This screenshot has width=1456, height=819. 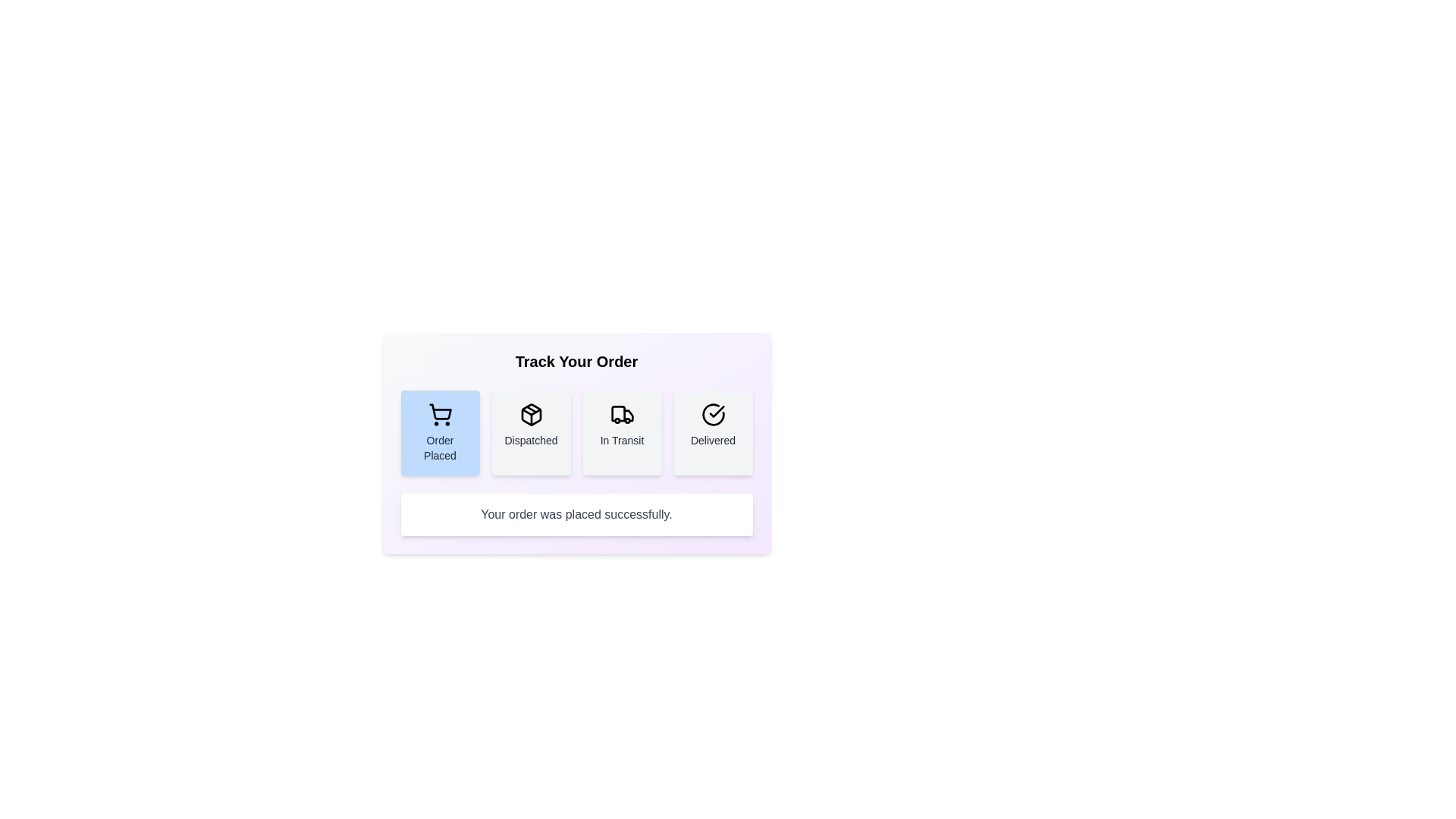 What do you see at coordinates (439, 432) in the screenshot?
I see `the Order Placed button to reveal details or animations` at bounding box center [439, 432].